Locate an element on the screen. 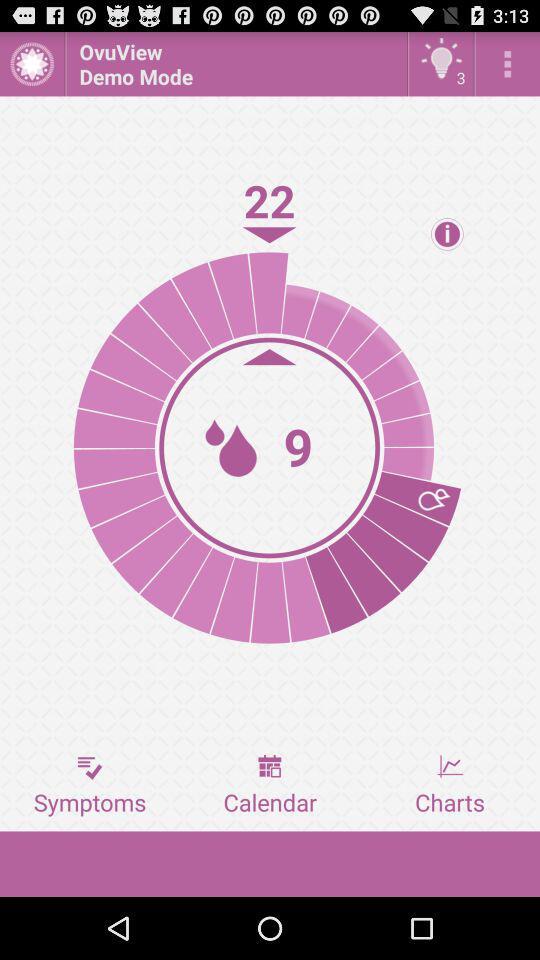 The height and width of the screenshot is (960, 540). the button next to the calendar item is located at coordinates (89, 785).